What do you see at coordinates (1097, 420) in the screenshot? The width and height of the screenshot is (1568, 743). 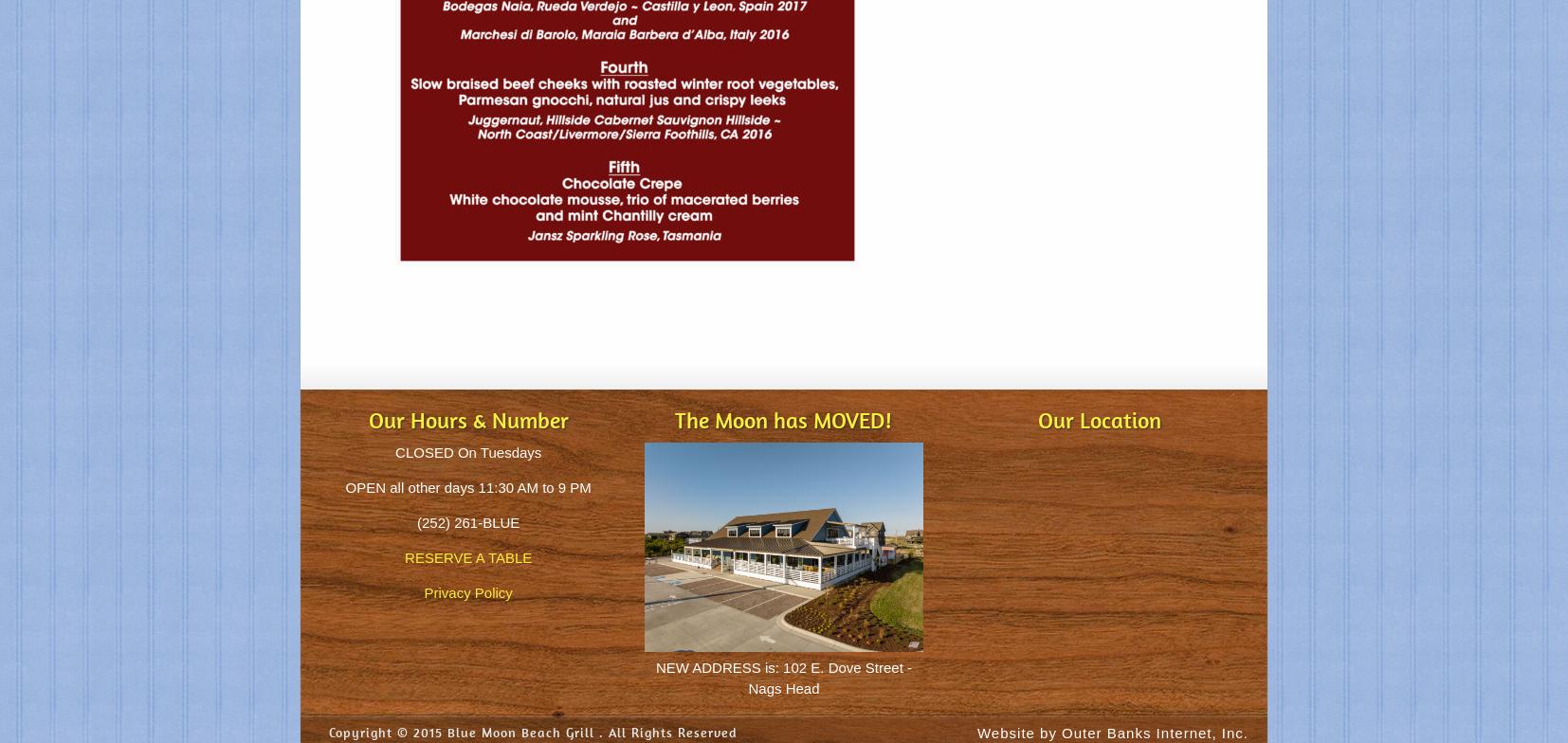 I see `'Our Location'` at bounding box center [1097, 420].